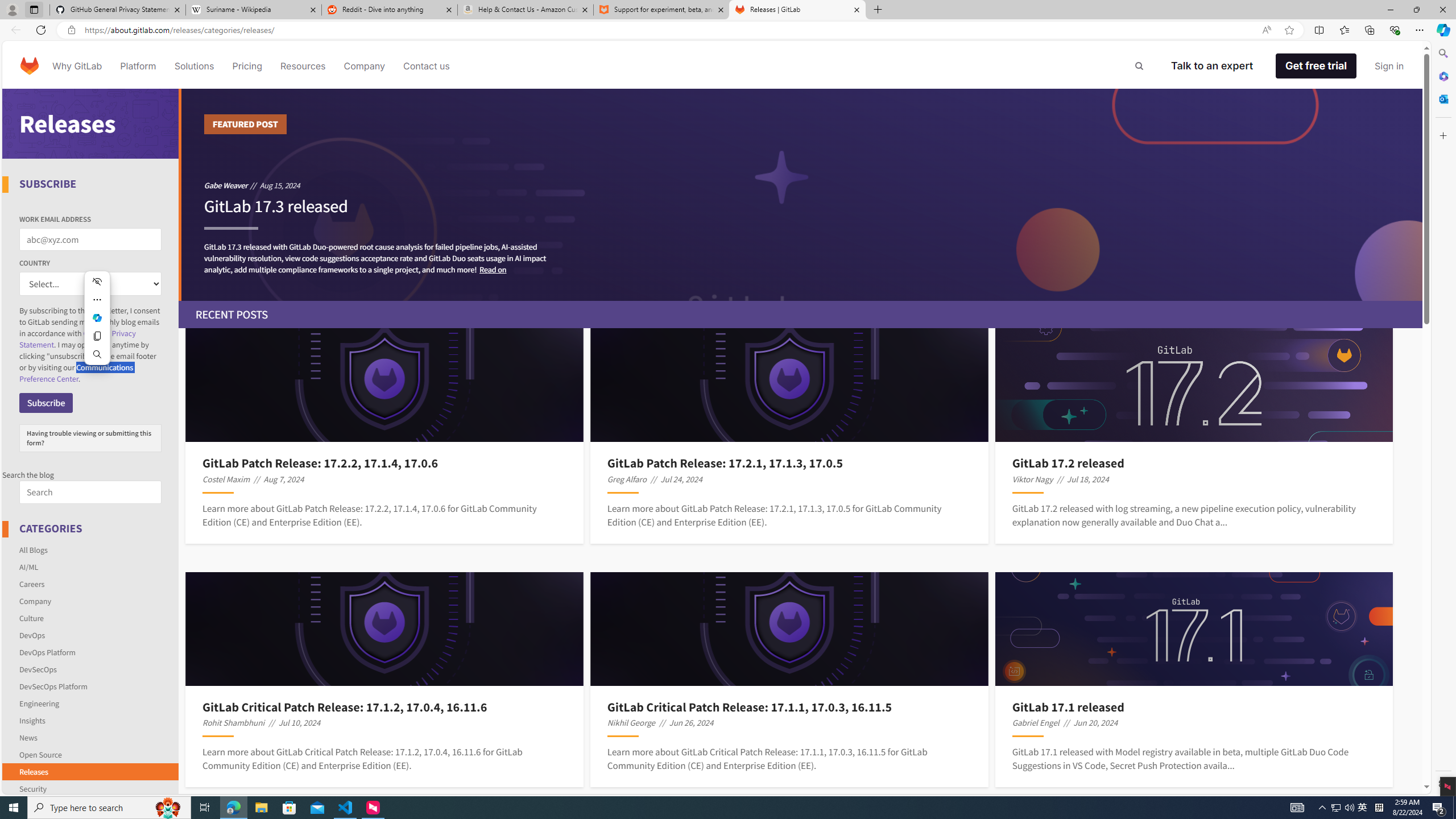 This screenshot has width=1456, height=819. Describe the element at coordinates (427, 65) in the screenshot. I see `'Contact us'` at that location.